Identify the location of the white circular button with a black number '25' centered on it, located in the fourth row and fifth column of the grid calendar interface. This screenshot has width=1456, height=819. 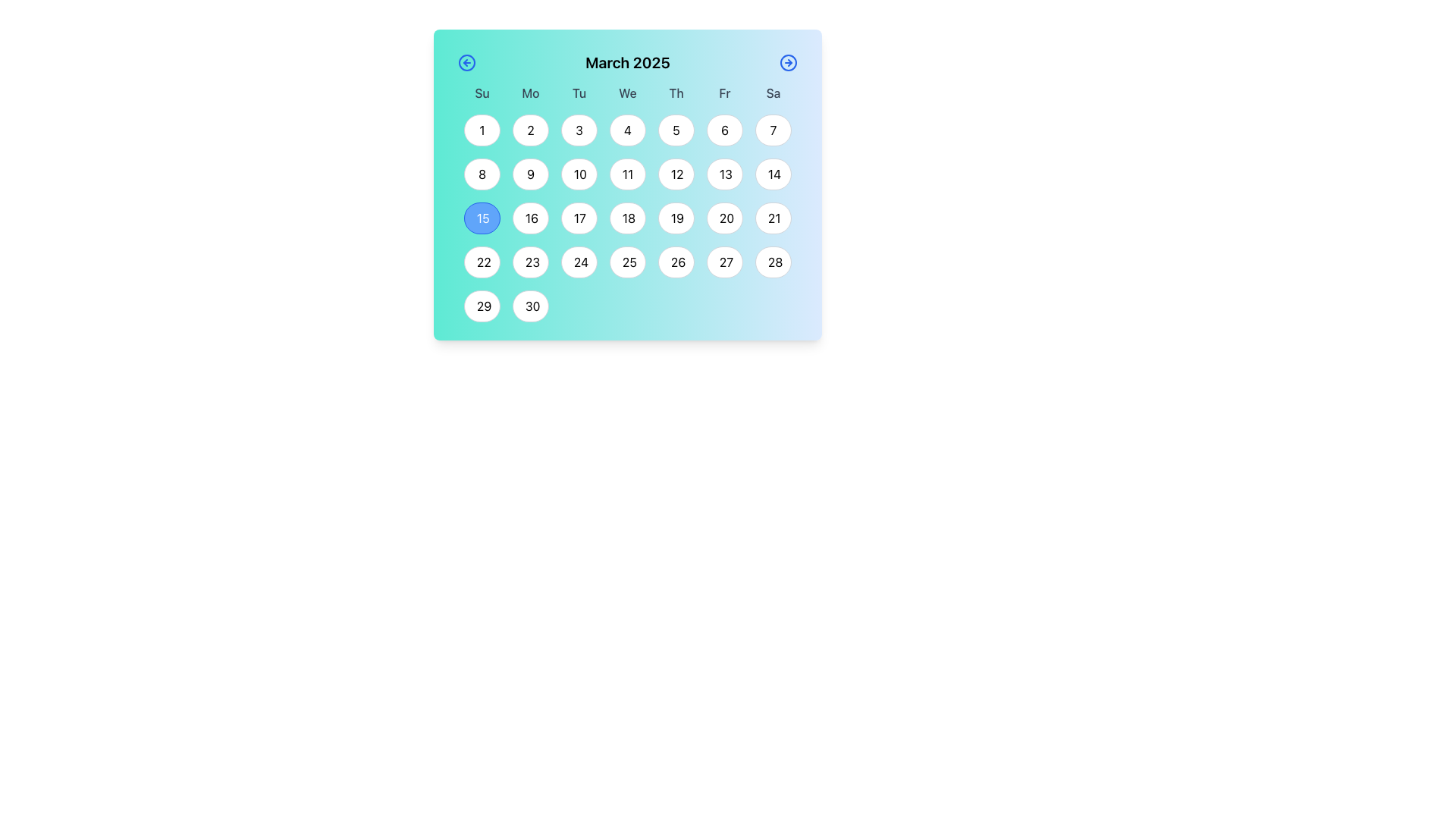
(628, 262).